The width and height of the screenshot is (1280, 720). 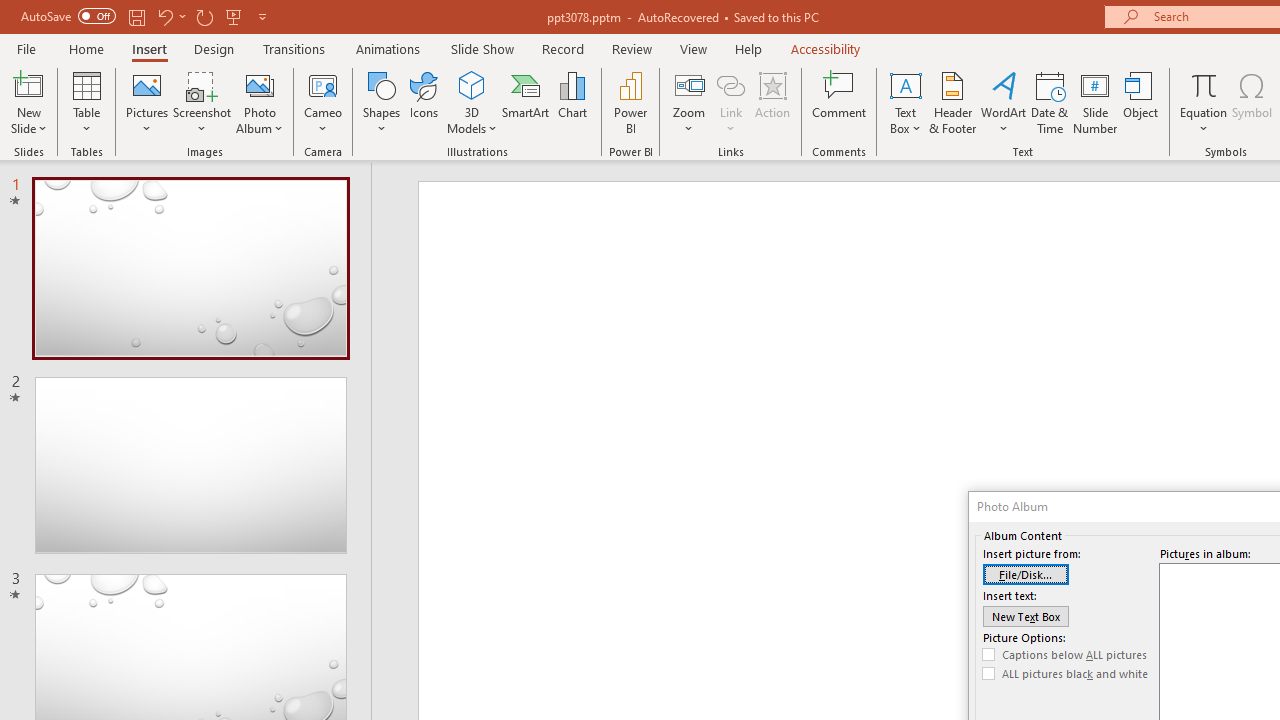 What do you see at coordinates (630, 103) in the screenshot?
I see `'Power BI'` at bounding box center [630, 103].